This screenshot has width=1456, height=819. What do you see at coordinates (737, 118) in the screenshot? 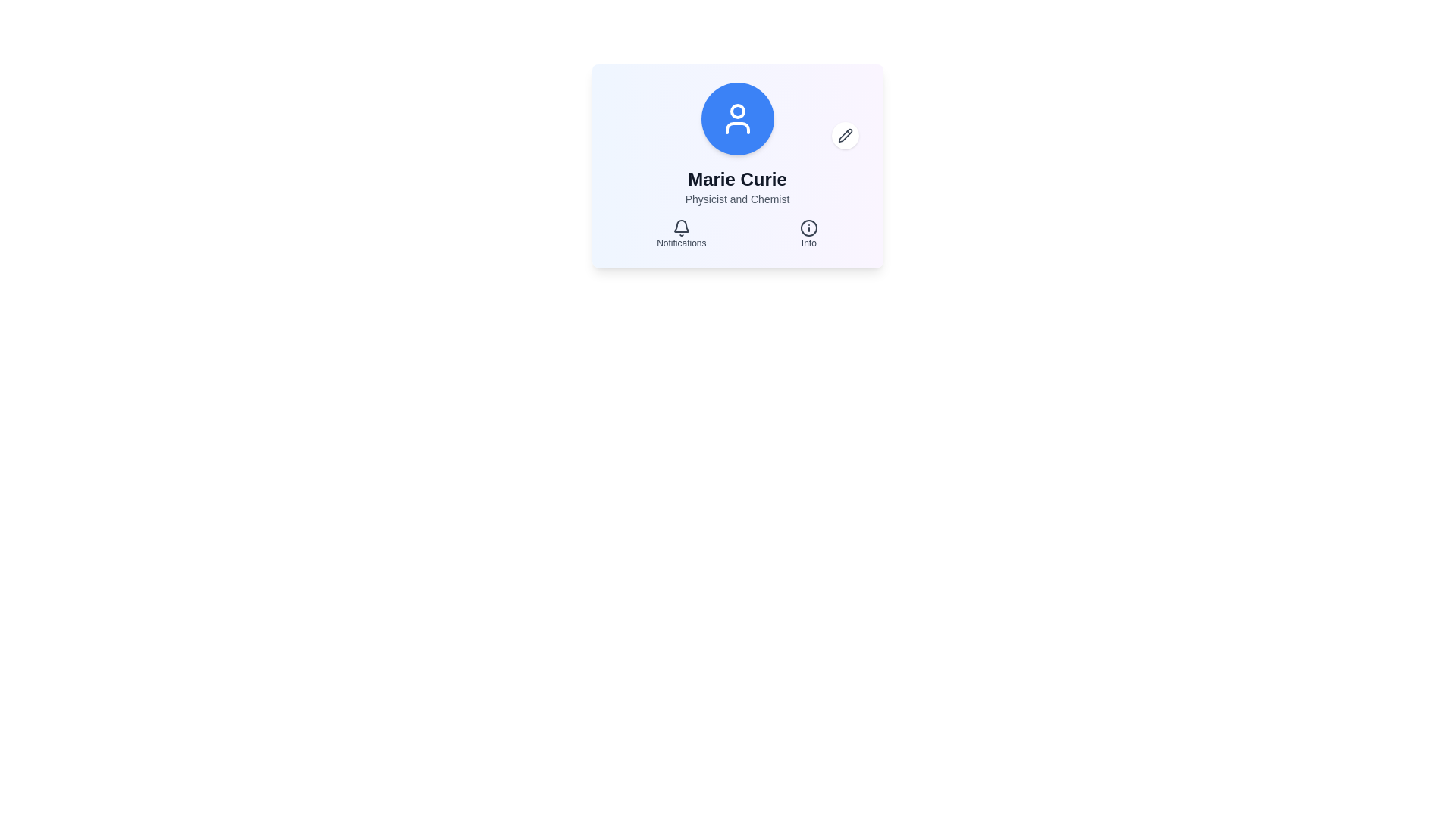
I see `the Avatar Icon, which serves as a profile picture placeholder representing a user's identity in the interface` at bounding box center [737, 118].